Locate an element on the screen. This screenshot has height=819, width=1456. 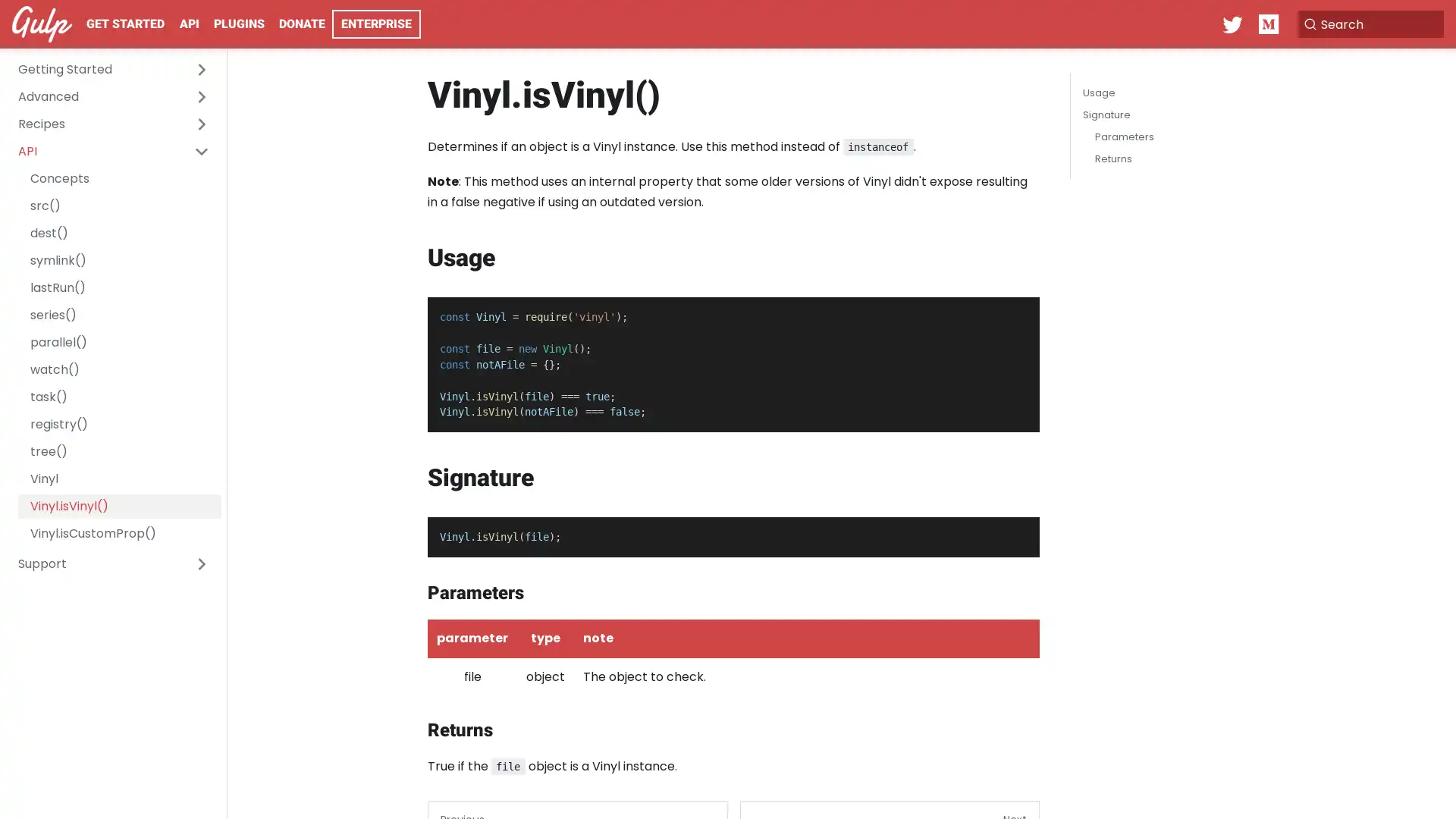
Search is located at coordinates (1368, 24).